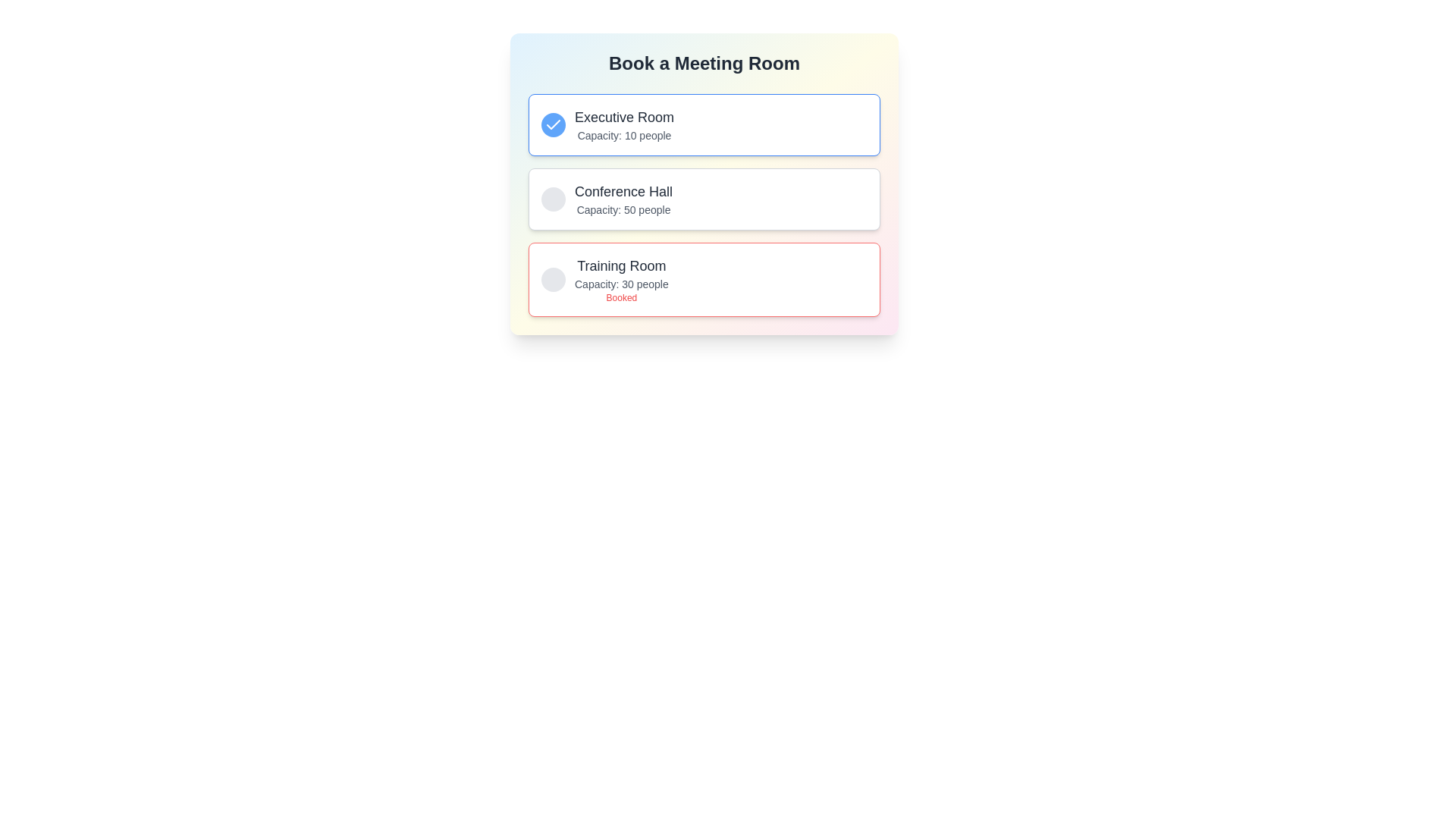 The width and height of the screenshot is (1456, 819). What do you see at coordinates (704, 63) in the screenshot?
I see `the text label at the top of the card that indicates the section's purpose, situated above the list of items (Executive Room, Conference Hall, and Training Room)` at bounding box center [704, 63].